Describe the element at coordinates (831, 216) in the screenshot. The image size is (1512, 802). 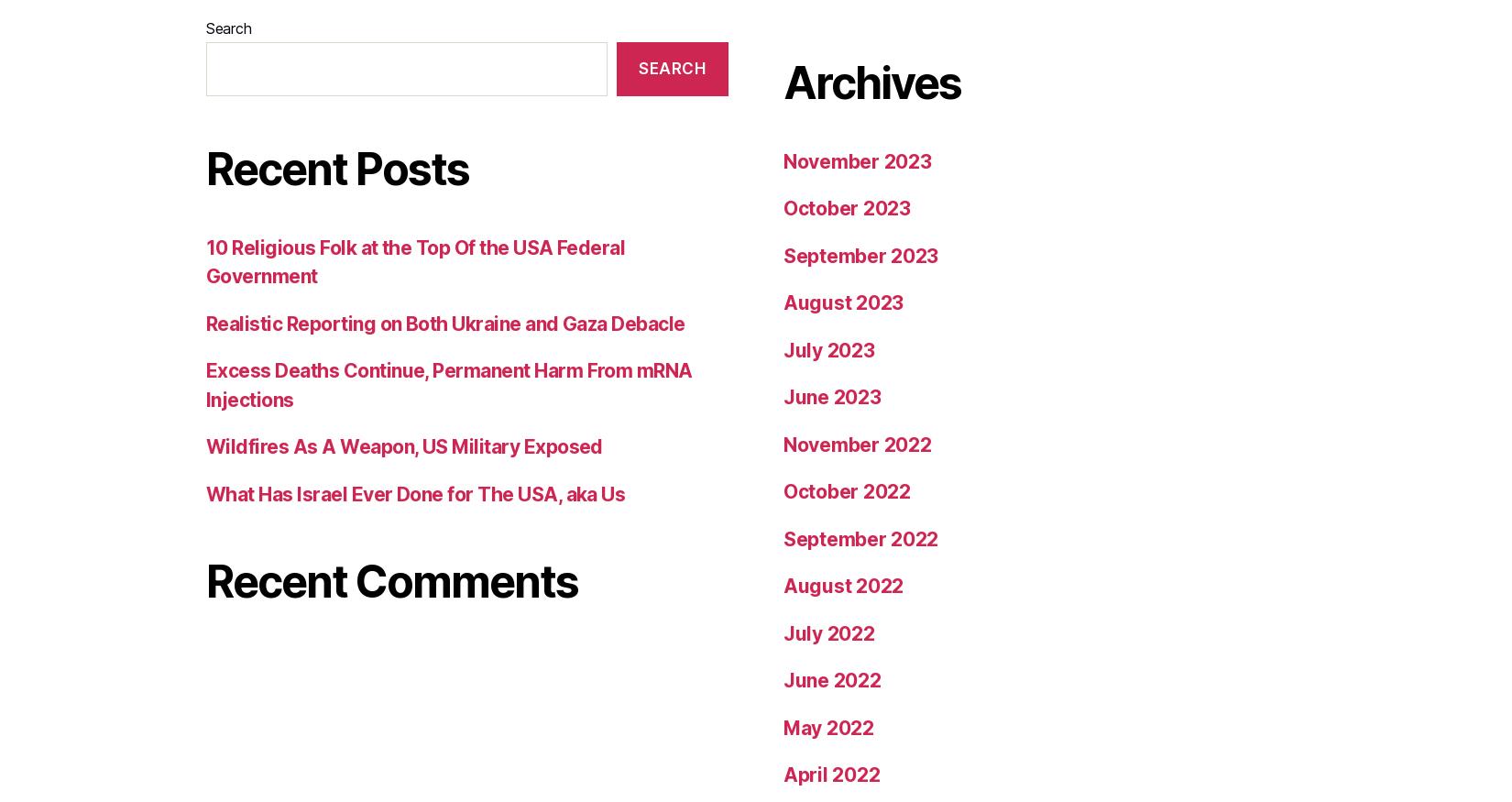
I see `'April 2022'` at that location.